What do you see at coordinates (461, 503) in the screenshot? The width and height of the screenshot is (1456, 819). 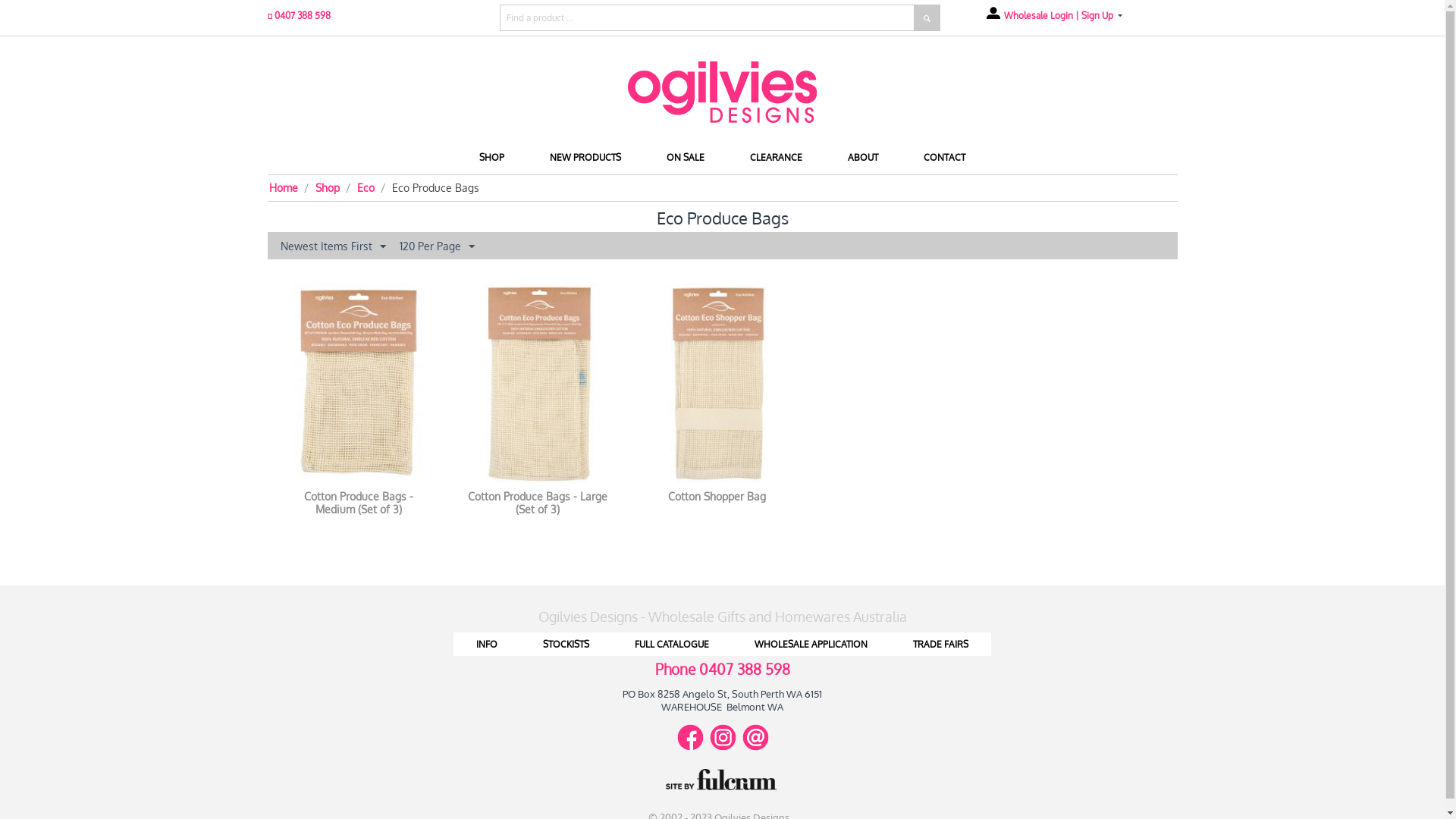 I see `'Cotton Produce Bags - Large (Set of 3)'` at bounding box center [461, 503].